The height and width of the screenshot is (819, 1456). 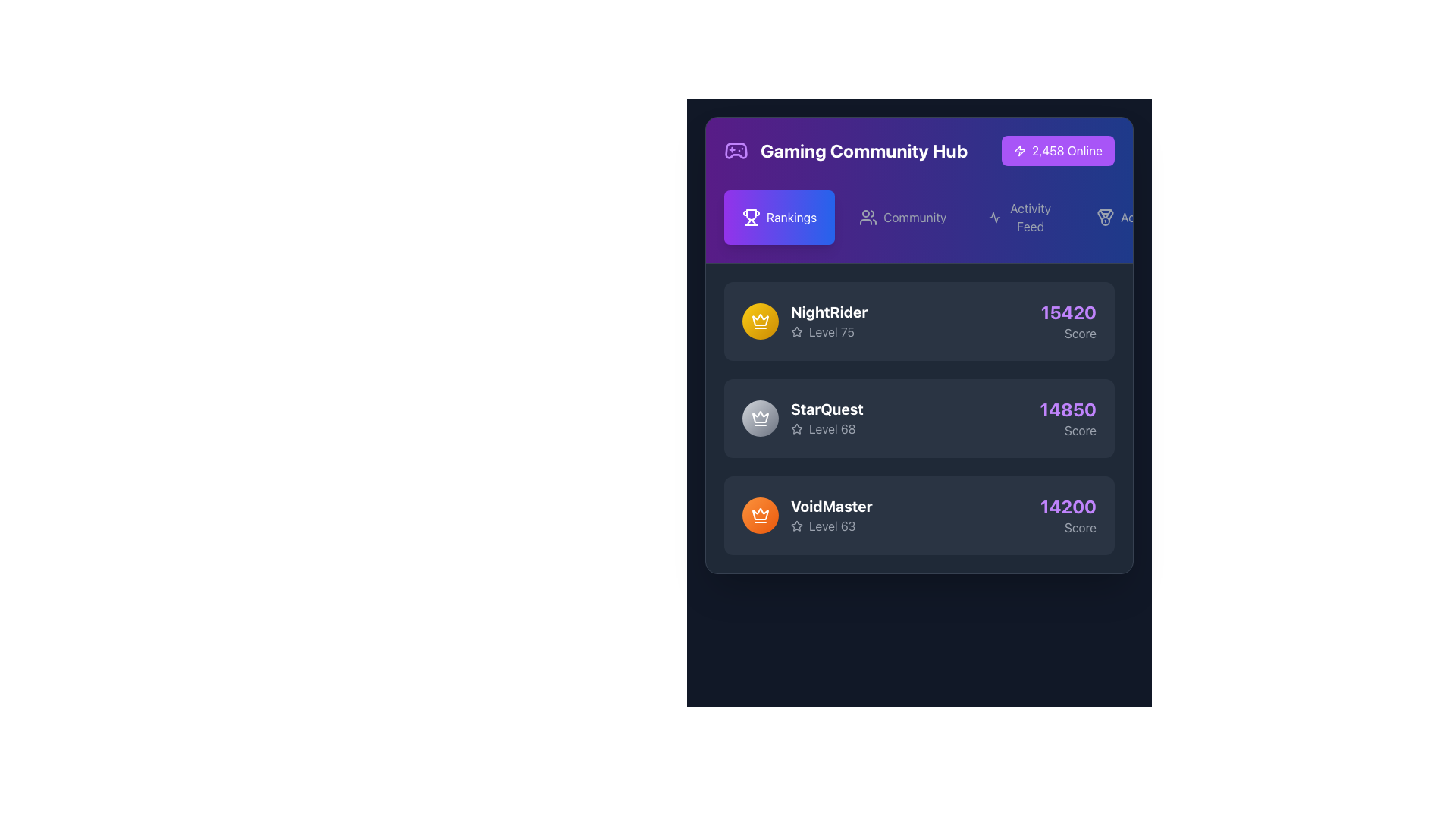 I want to click on information displayed on the rectangular badge with a purple background and white text that reads '2,458 Online', located in the top-right section of the interface adjacent to 'Gaming Community Hub', so click(x=1057, y=151).